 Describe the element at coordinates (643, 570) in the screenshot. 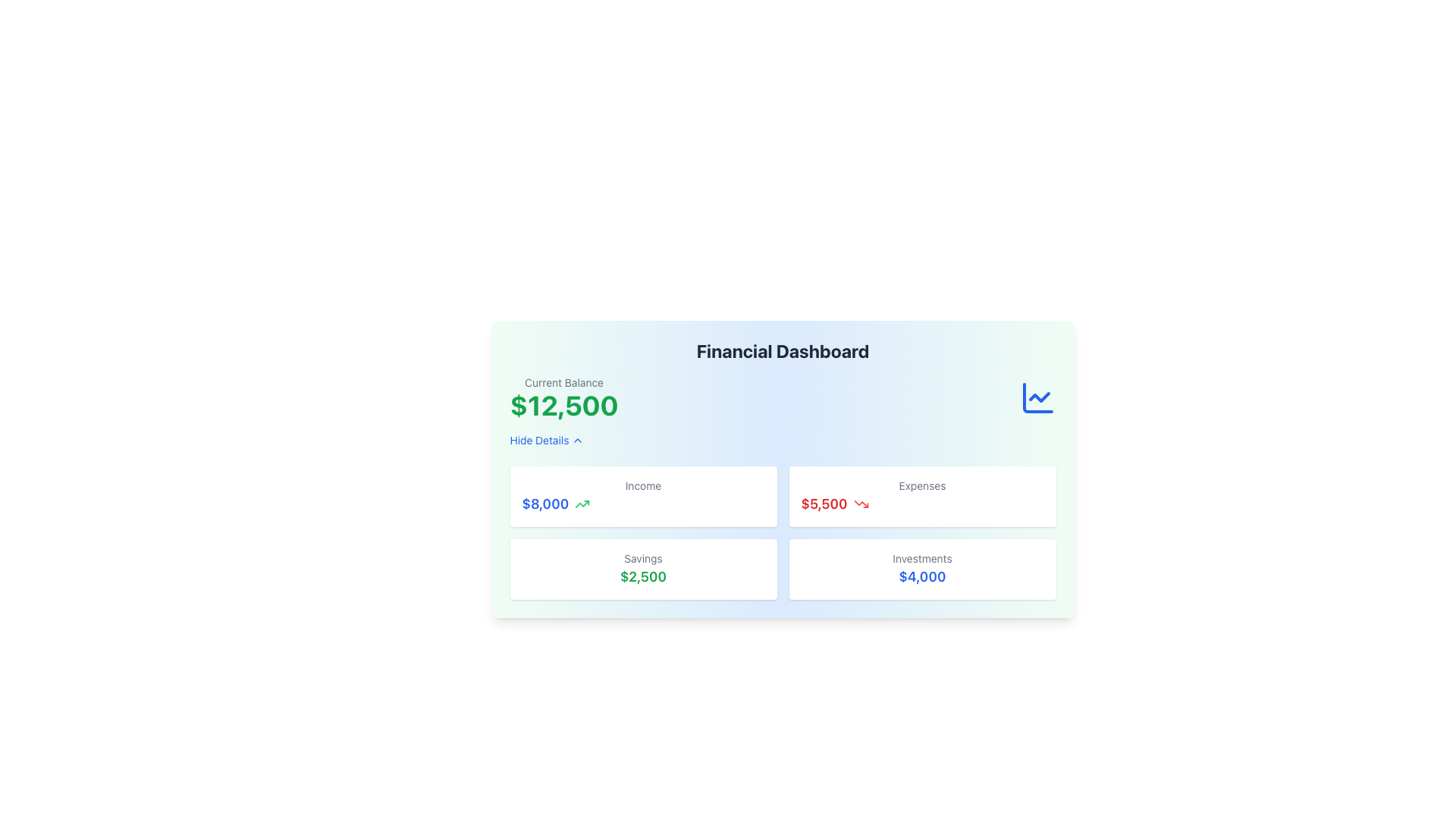

I see `the non-interactive savings display card located in the bottom left quadrant, below the 'Income' card and to the left of the 'Investments' card` at that location.